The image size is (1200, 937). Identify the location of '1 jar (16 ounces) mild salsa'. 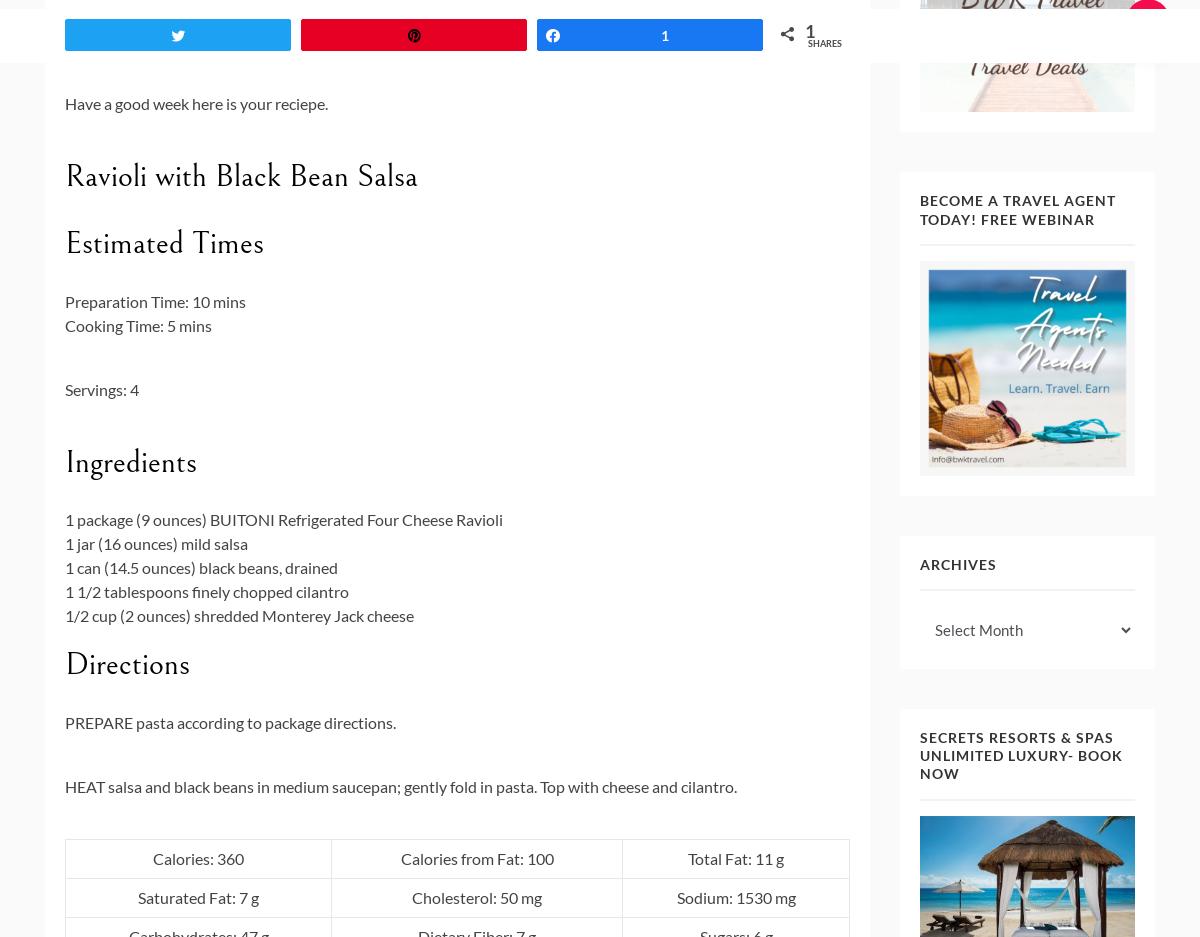
(65, 543).